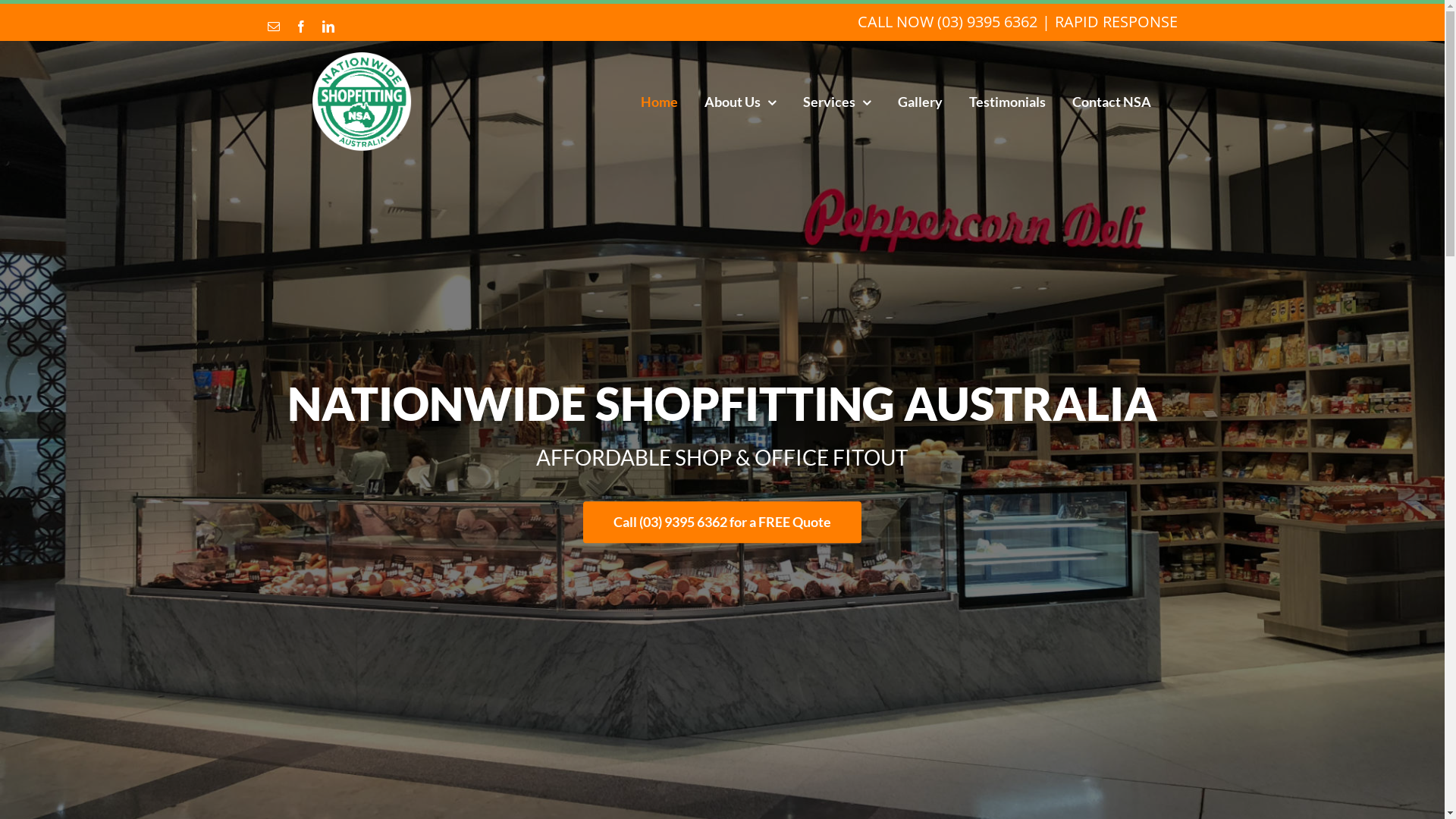 The image size is (1456, 819). What do you see at coordinates (1115, 21) in the screenshot?
I see `'RAPID RESPONSE'` at bounding box center [1115, 21].